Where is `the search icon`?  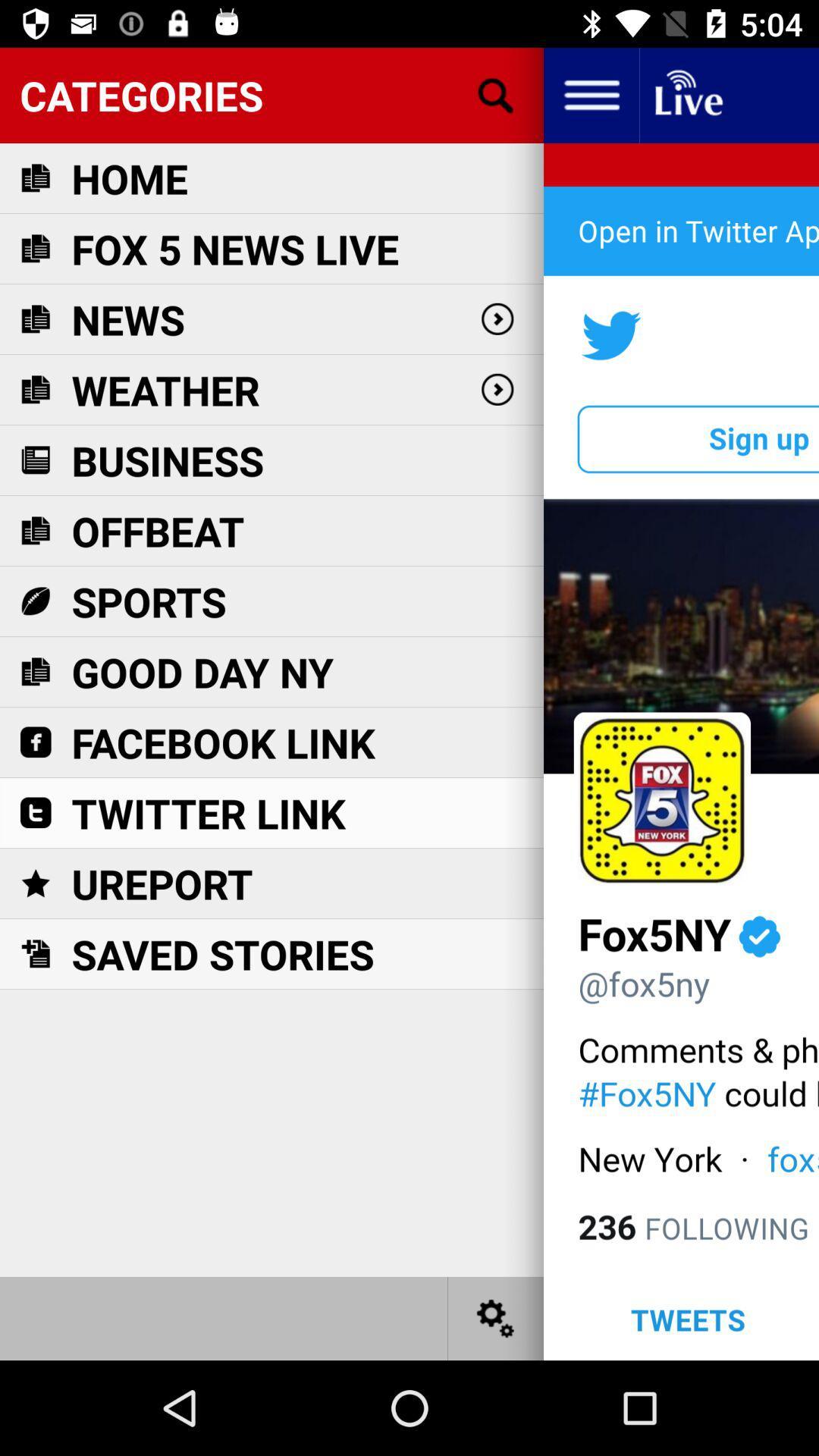 the search icon is located at coordinates (496, 94).